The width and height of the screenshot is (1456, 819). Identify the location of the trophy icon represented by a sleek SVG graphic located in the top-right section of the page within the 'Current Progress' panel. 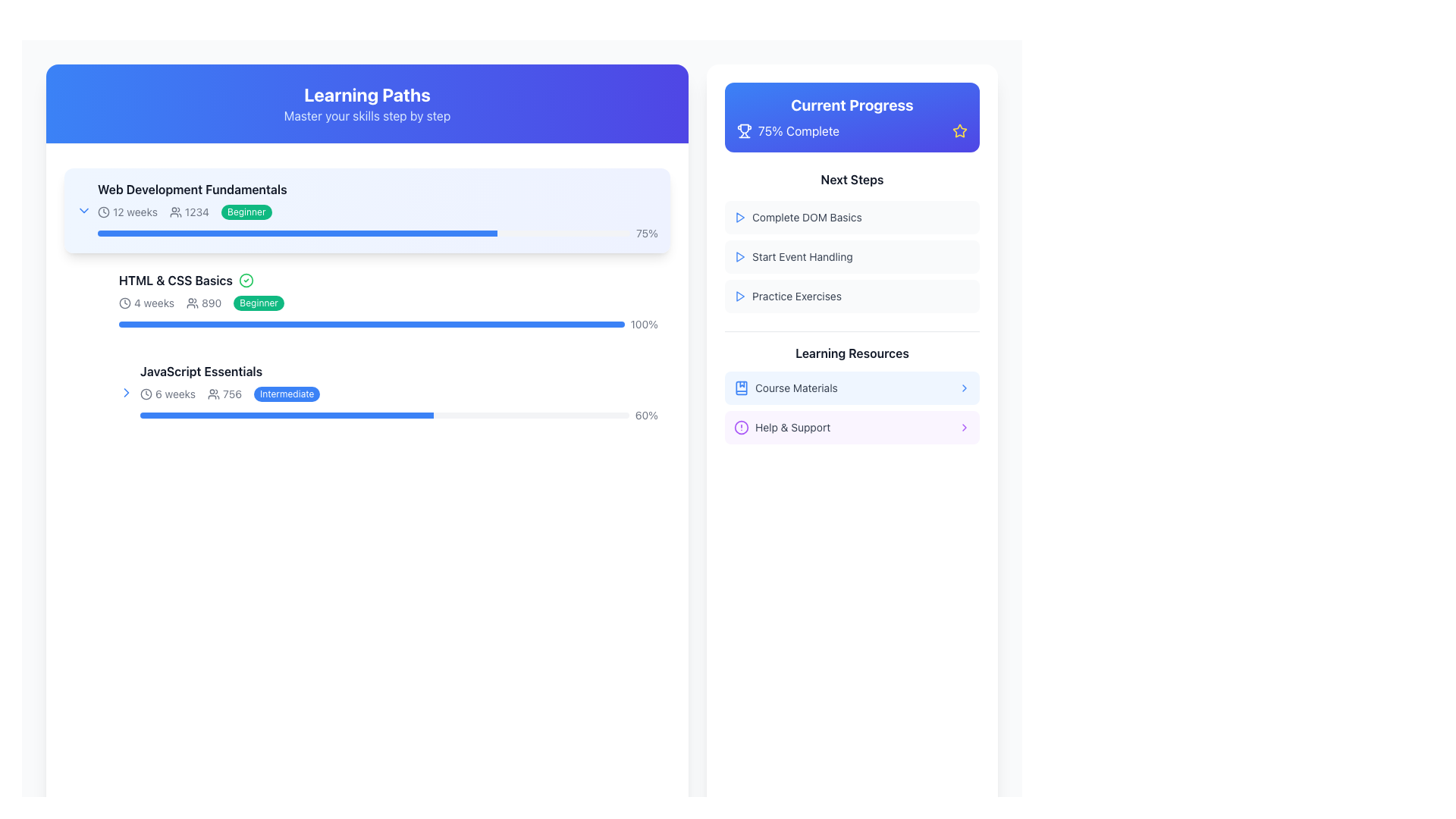
(745, 127).